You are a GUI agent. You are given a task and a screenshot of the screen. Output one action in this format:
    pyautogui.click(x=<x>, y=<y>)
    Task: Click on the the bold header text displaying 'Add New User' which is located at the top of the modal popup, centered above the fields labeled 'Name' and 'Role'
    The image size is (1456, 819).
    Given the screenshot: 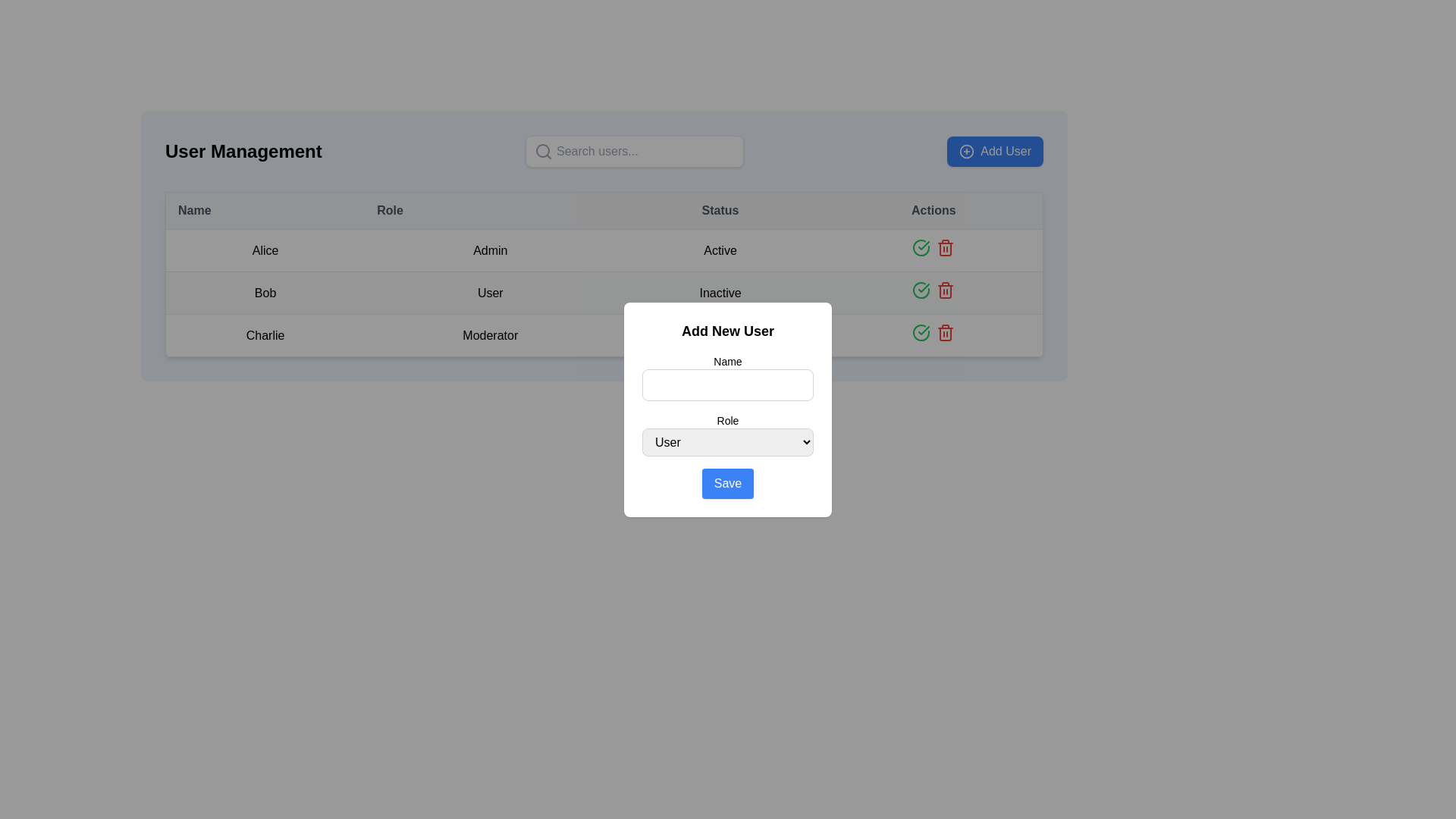 What is the action you would take?
    pyautogui.click(x=728, y=330)
    